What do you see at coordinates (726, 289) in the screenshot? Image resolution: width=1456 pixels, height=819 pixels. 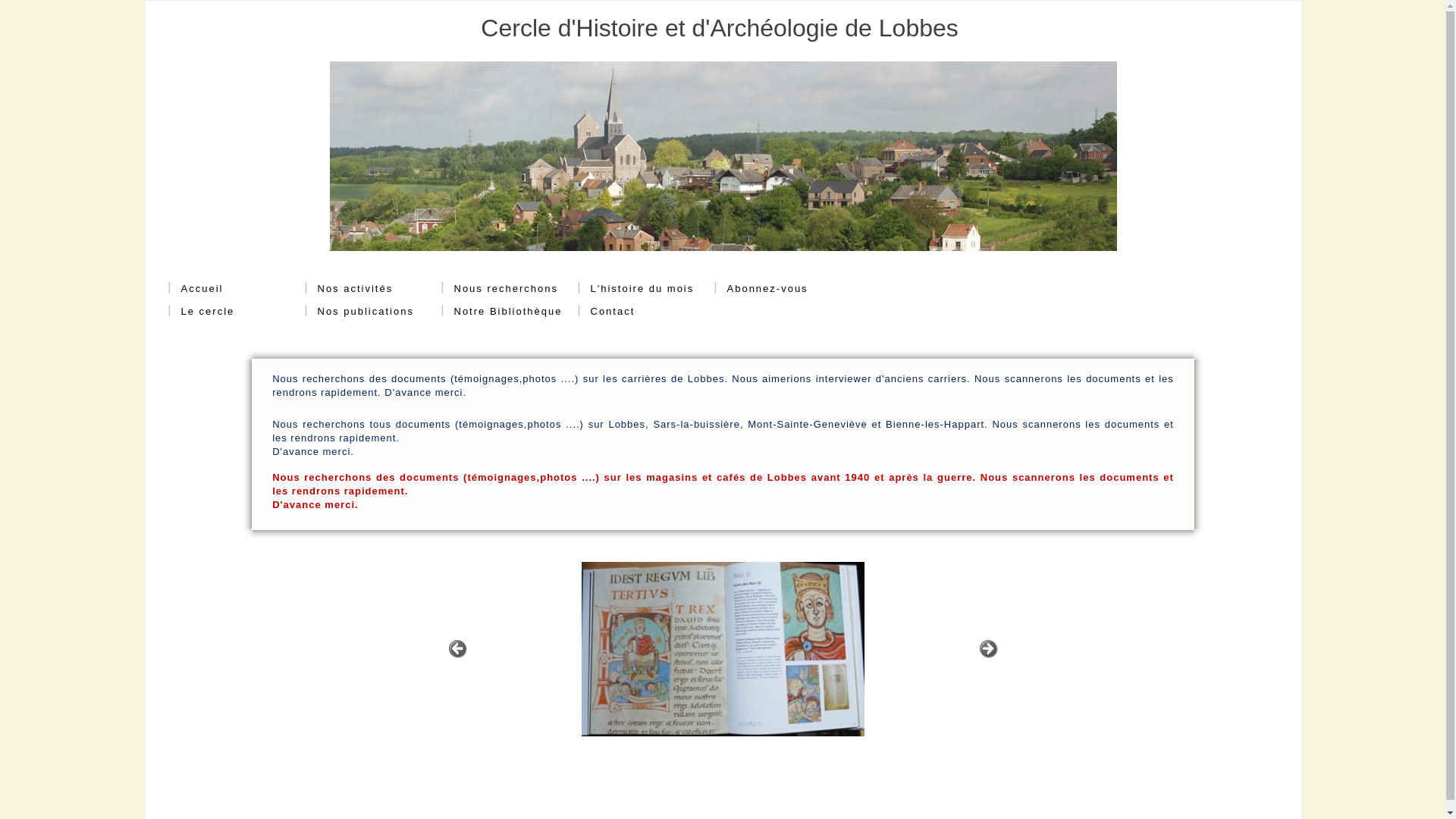 I see `'Abonnez-vous'` at bounding box center [726, 289].